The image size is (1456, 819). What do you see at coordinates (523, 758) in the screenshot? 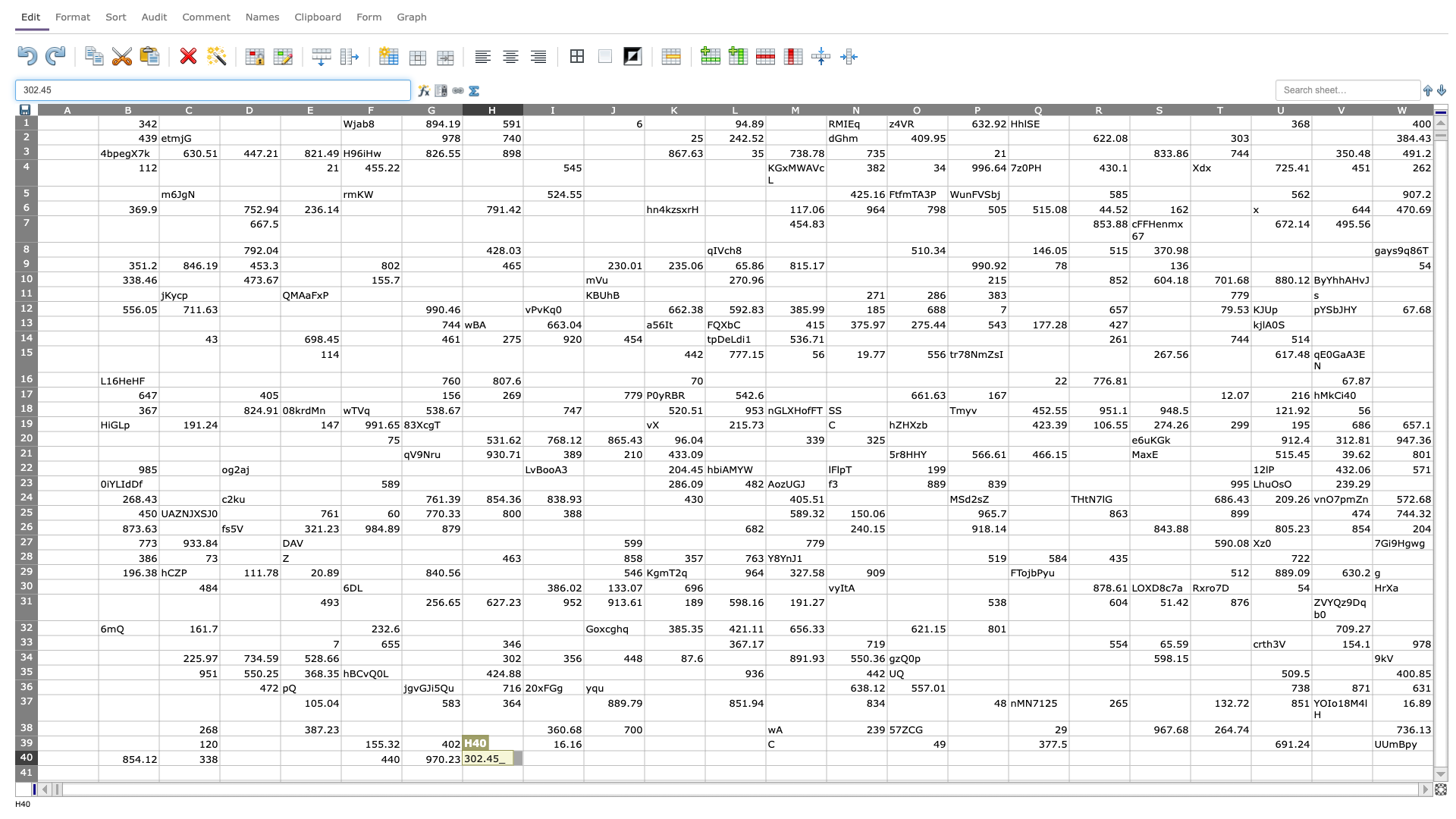
I see `Left edge at position I40` at bounding box center [523, 758].